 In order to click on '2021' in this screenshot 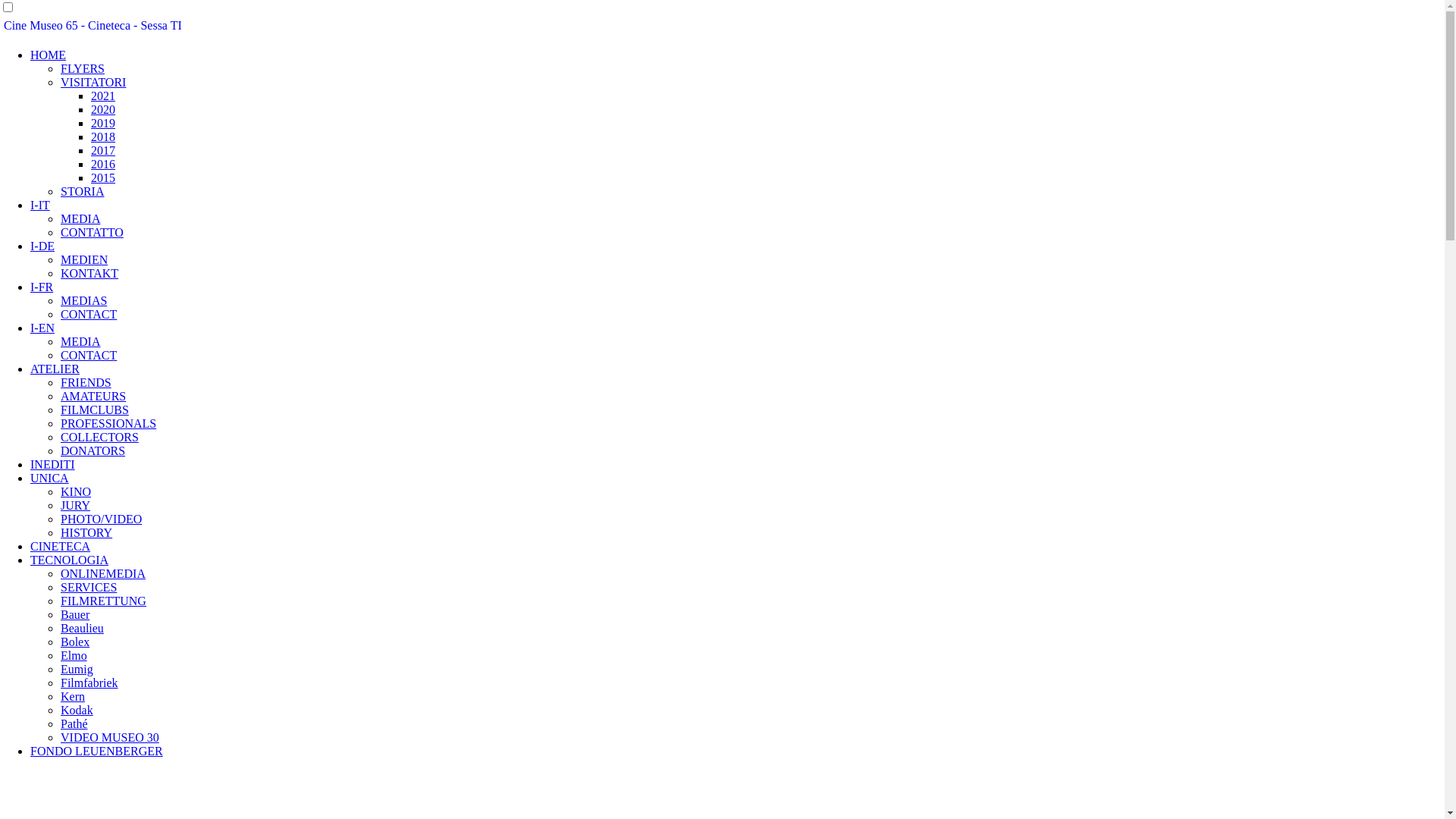, I will do `click(102, 96)`.